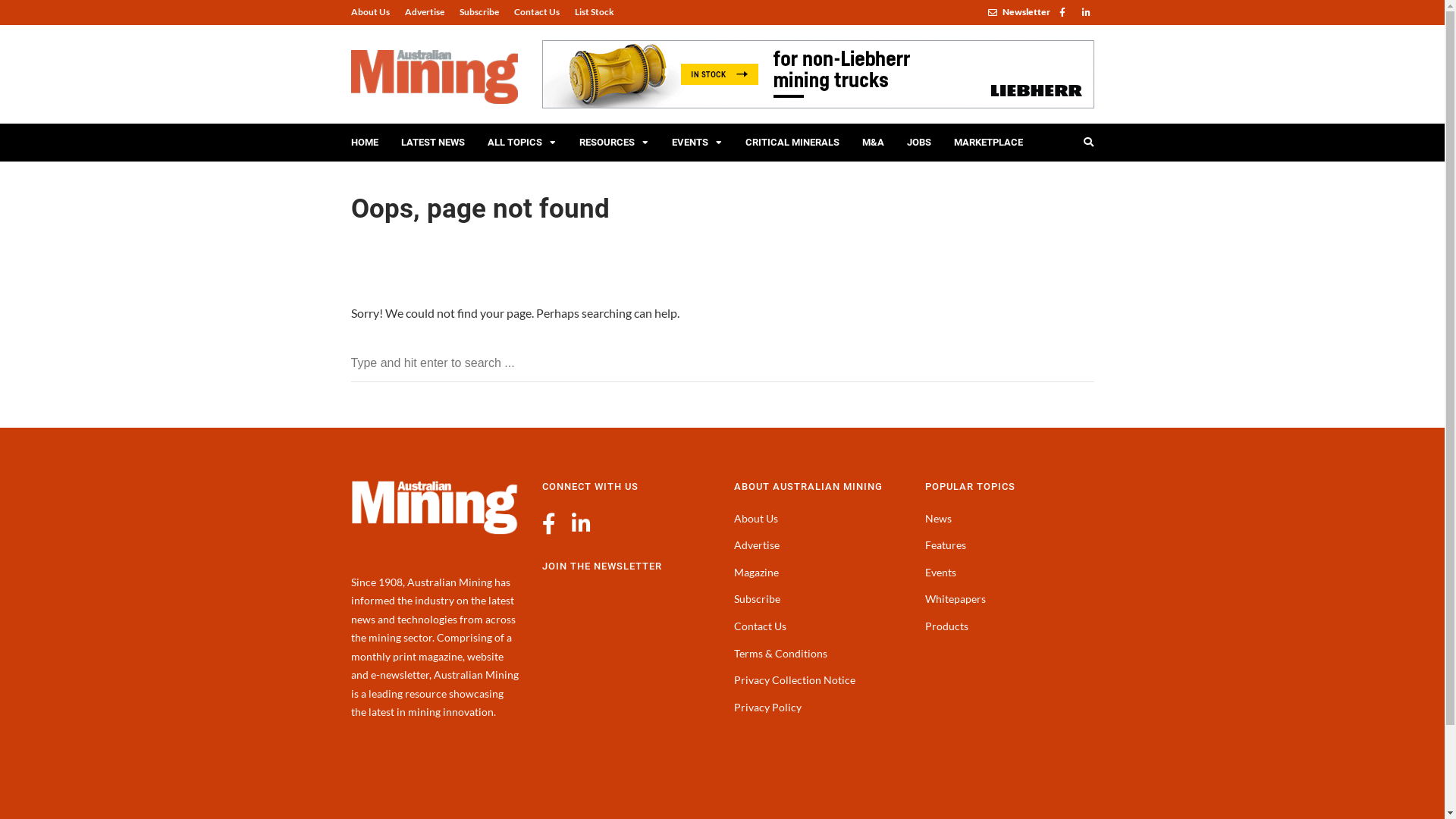 Image resolution: width=1456 pixels, height=819 pixels. What do you see at coordinates (432, 143) in the screenshot?
I see `'LATEST NEWS'` at bounding box center [432, 143].